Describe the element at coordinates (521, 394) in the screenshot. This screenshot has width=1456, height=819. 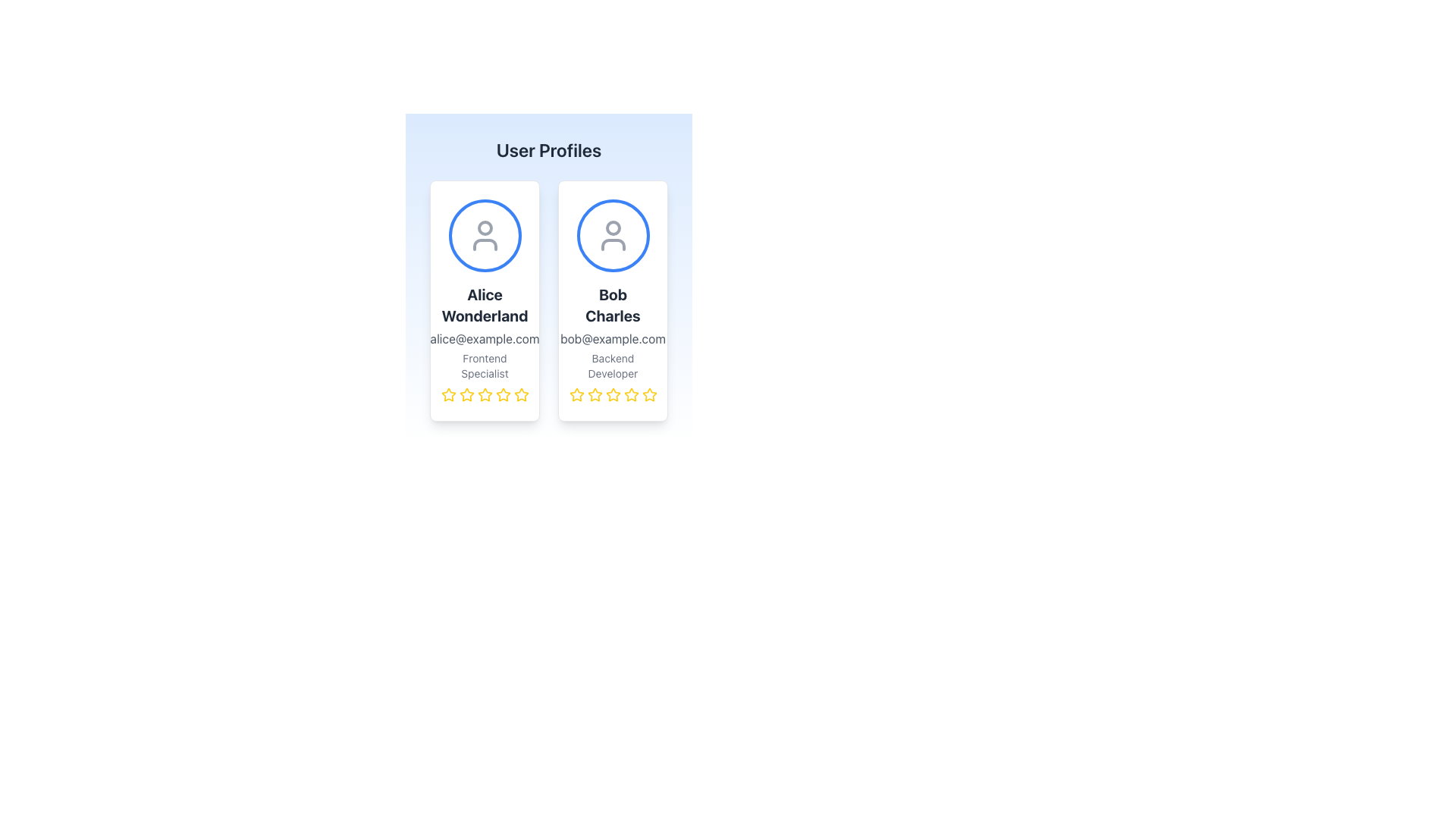
I see `the fifth star icon from the left in the rating system below the 'Alice Wonderland' profile card` at that location.